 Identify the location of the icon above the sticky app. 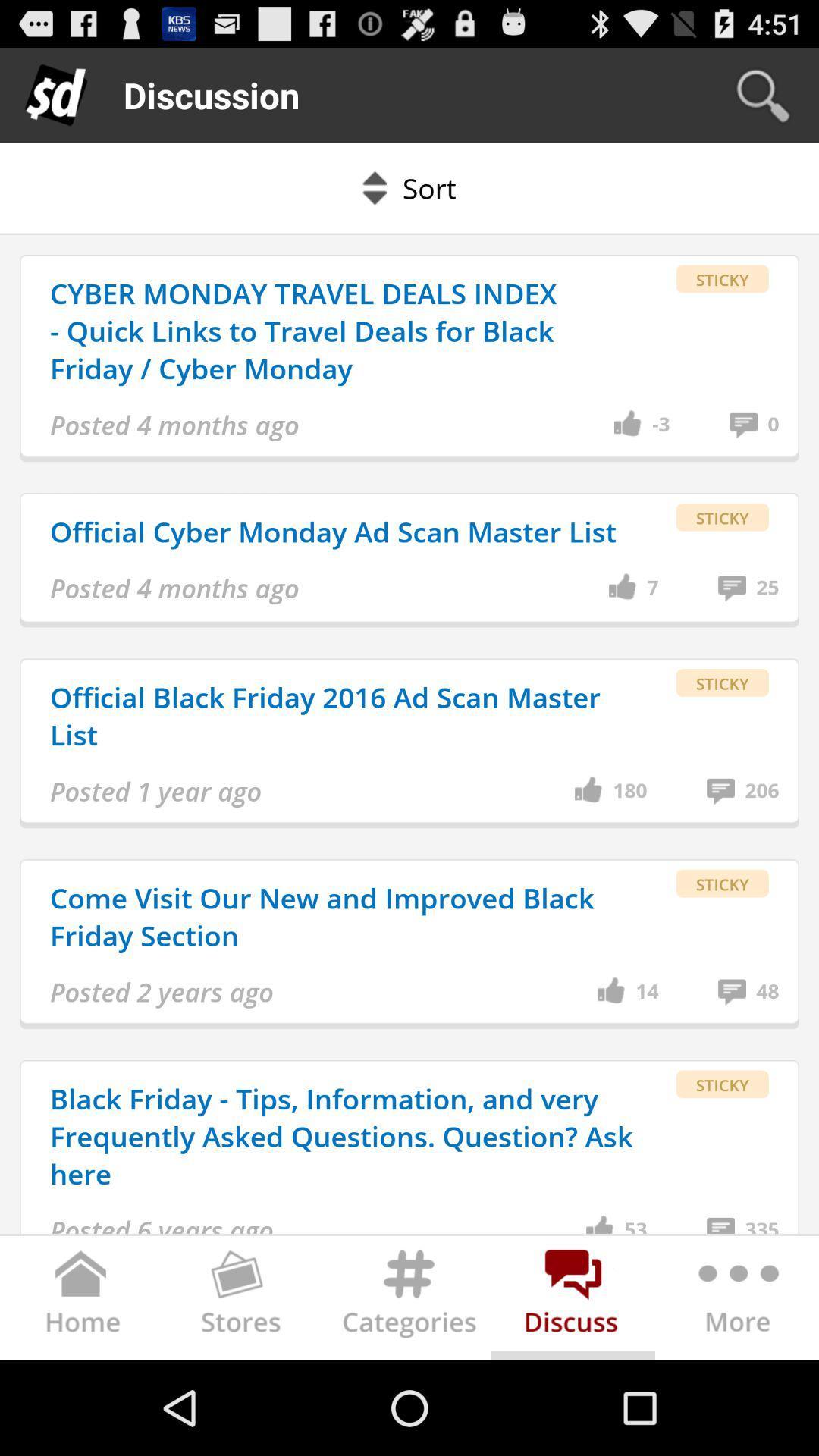
(660, 425).